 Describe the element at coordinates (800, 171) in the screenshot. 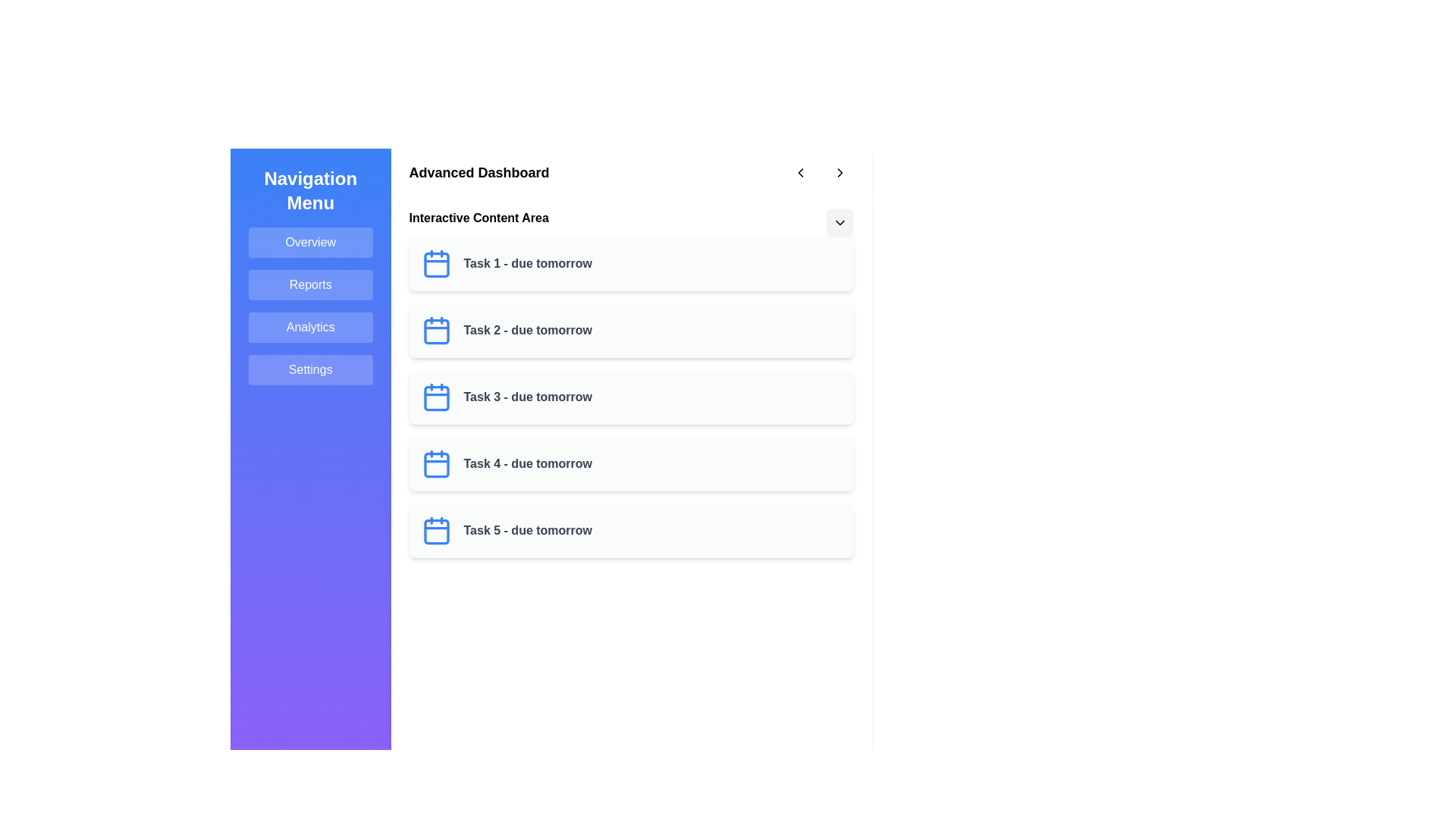

I see `the Chevron navigation icon within the clickable button located at the top-right of the Advanced Dashboard section to change its appearance` at that location.